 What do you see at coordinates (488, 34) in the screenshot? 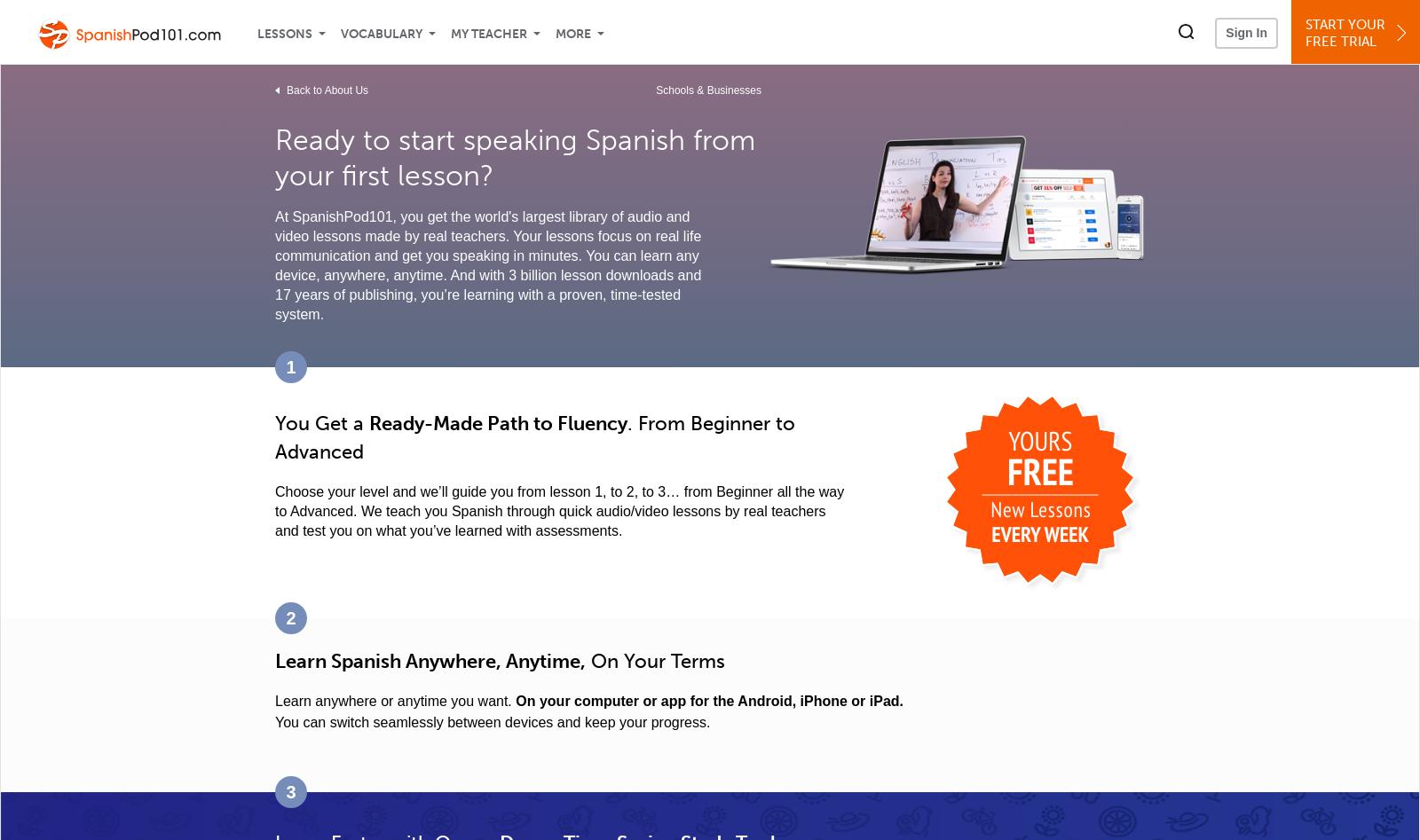
I see `'My Teacher'` at bounding box center [488, 34].